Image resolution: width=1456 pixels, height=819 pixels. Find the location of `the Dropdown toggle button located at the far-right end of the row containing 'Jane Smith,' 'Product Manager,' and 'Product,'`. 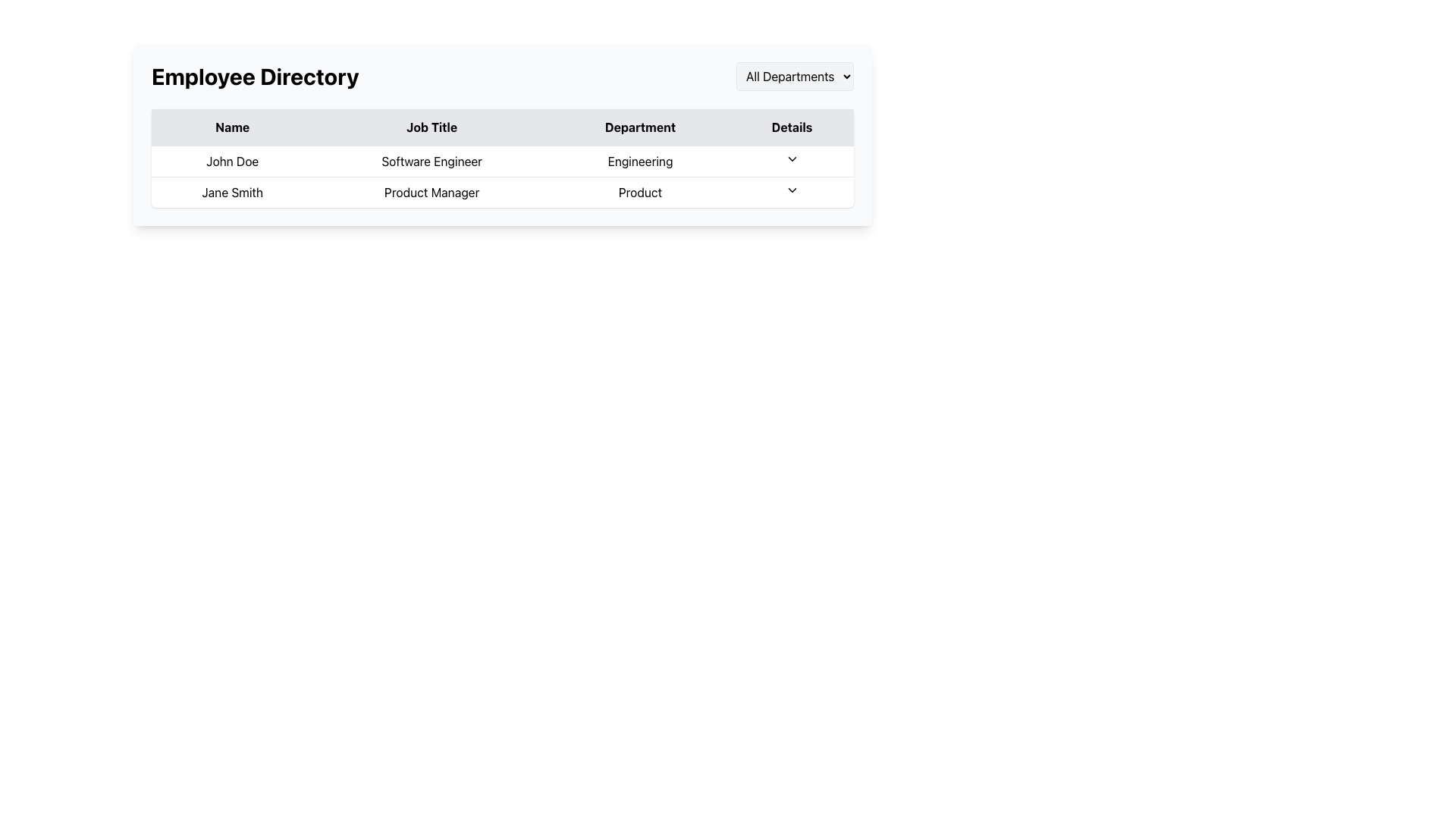

the Dropdown toggle button located at the far-right end of the row containing 'Jane Smith,' 'Product Manager,' and 'Product,' is located at coordinates (791, 191).